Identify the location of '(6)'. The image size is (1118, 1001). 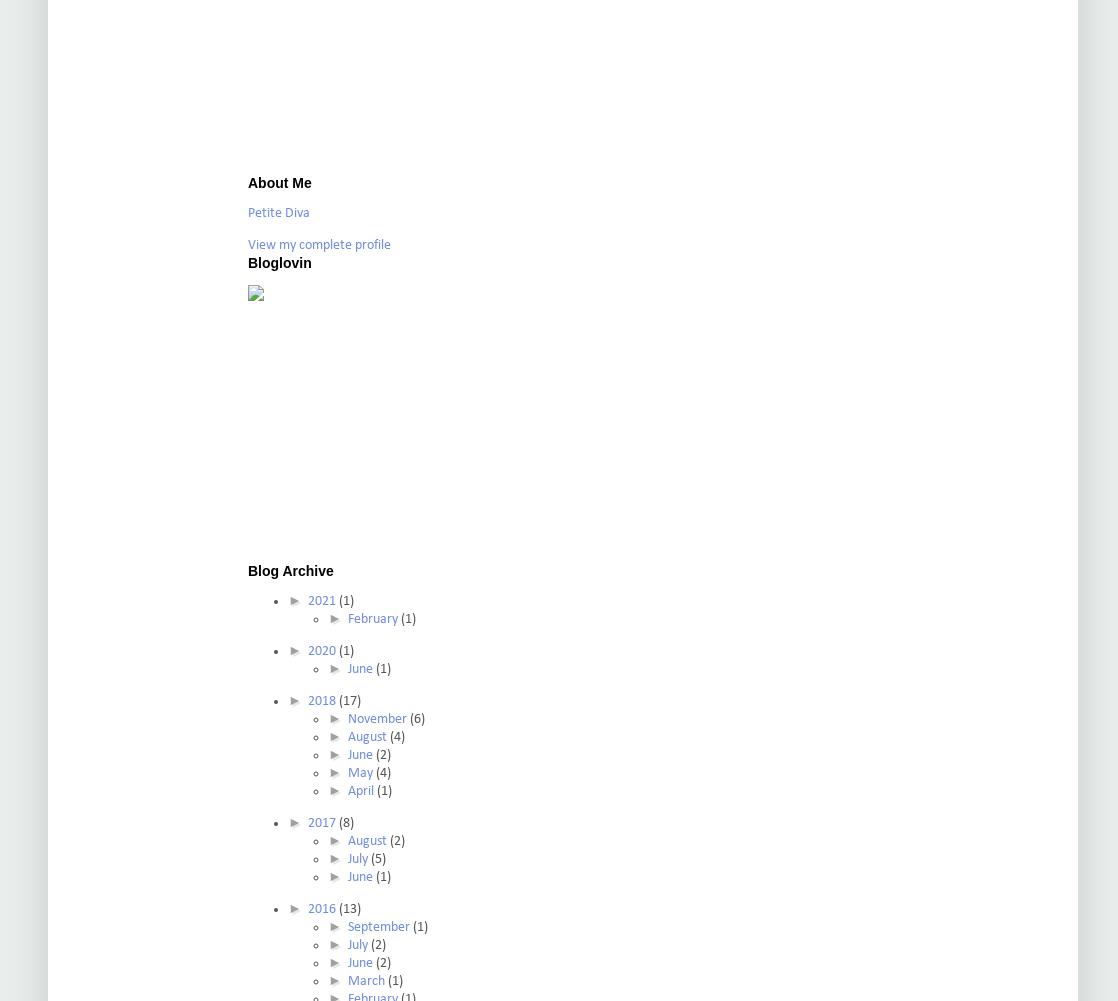
(407, 719).